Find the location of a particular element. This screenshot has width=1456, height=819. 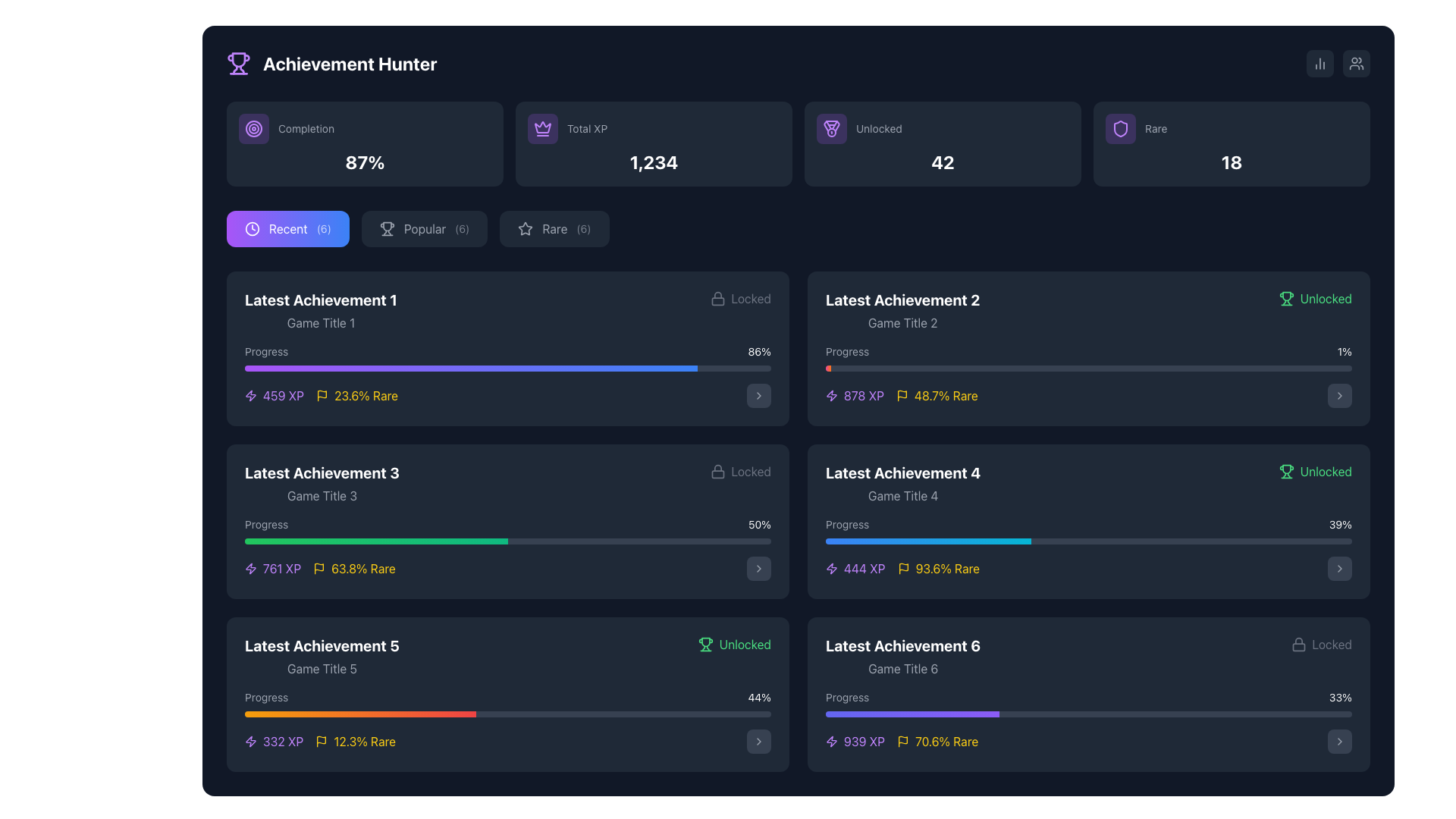

the static text label displaying 'Unlocked' in green, which is positioned adjacent to a trophy icon in the lower right card associated with 'Latest Achievement 4' is located at coordinates (1325, 470).